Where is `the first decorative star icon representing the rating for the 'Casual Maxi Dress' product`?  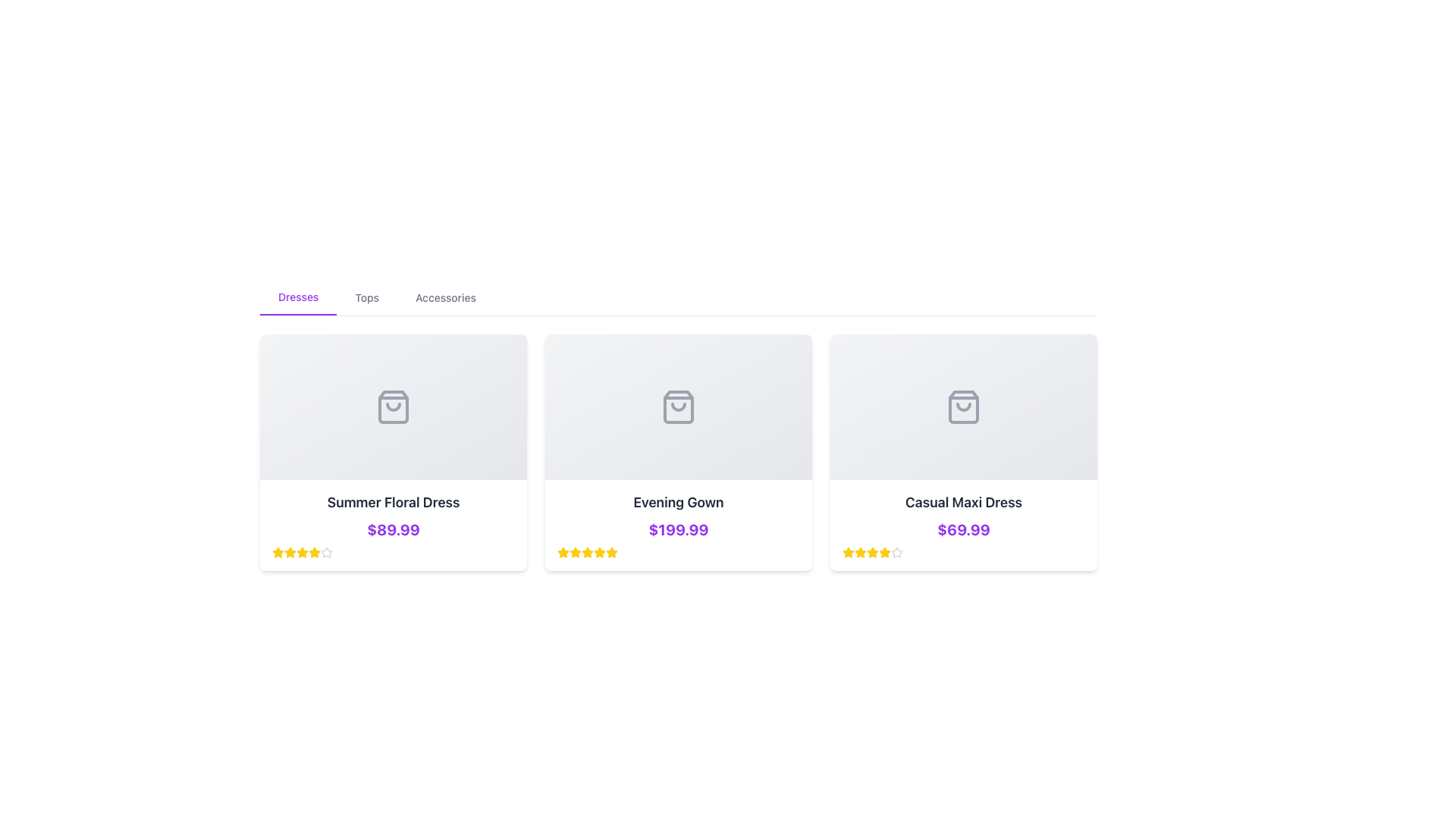 the first decorative star icon representing the rating for the 'Casual Maxi Dress' product is located at coordinates (847, 553).